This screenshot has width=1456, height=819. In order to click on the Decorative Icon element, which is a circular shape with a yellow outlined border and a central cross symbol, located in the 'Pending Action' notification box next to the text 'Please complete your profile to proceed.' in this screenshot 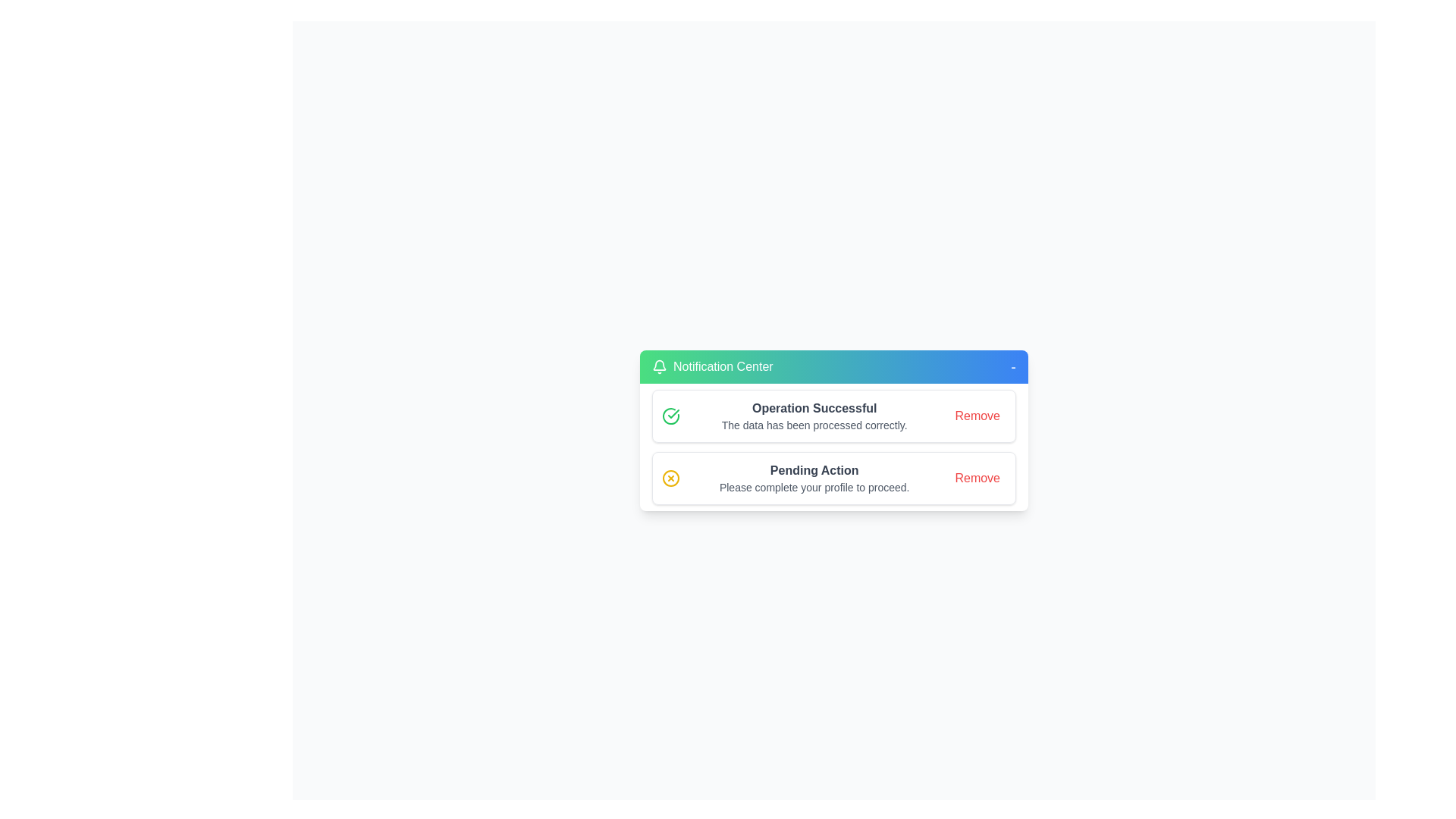, I will do `click(670, 479)`.